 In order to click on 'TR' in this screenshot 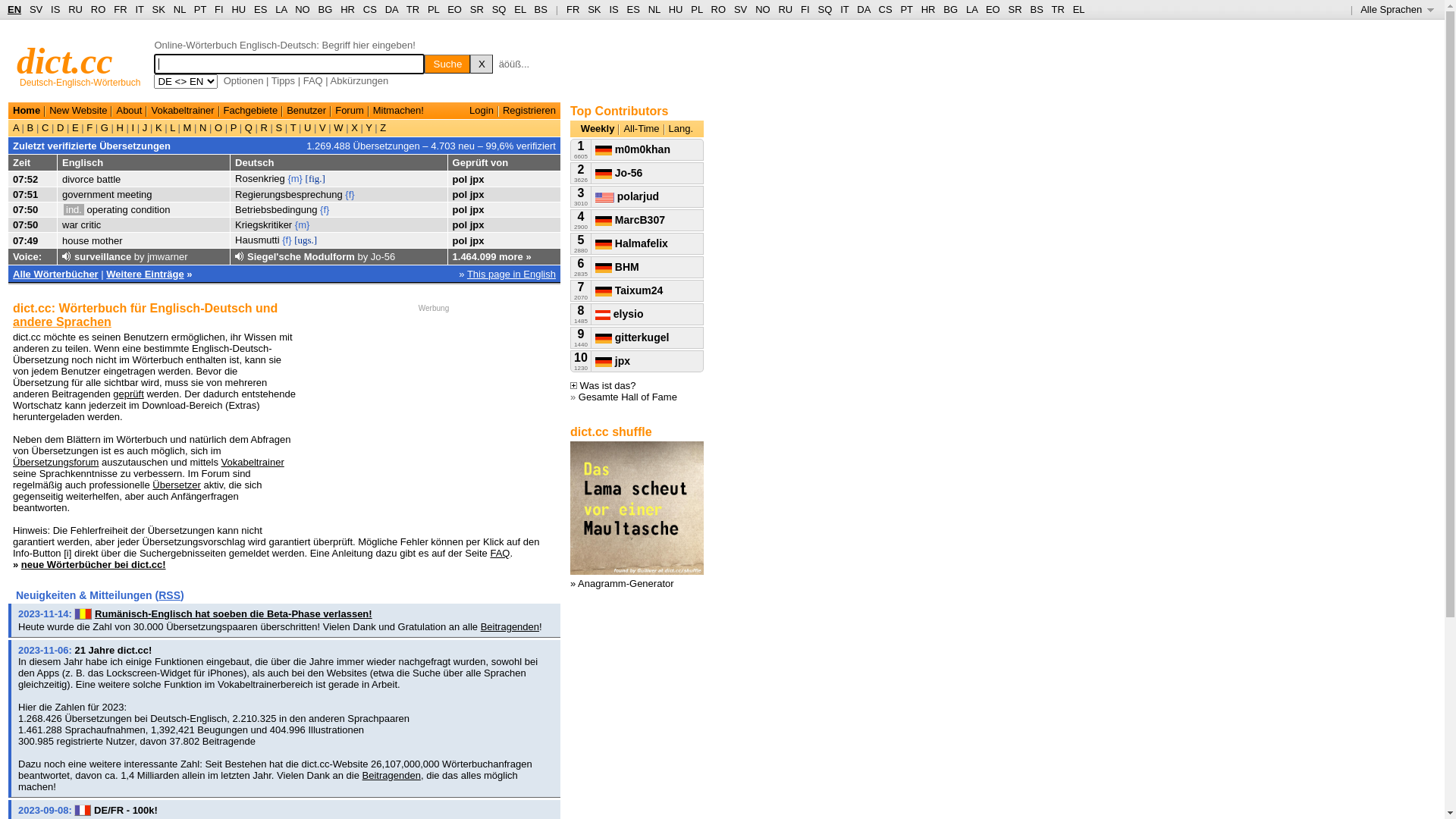, I will do `click(1056, 9)`.